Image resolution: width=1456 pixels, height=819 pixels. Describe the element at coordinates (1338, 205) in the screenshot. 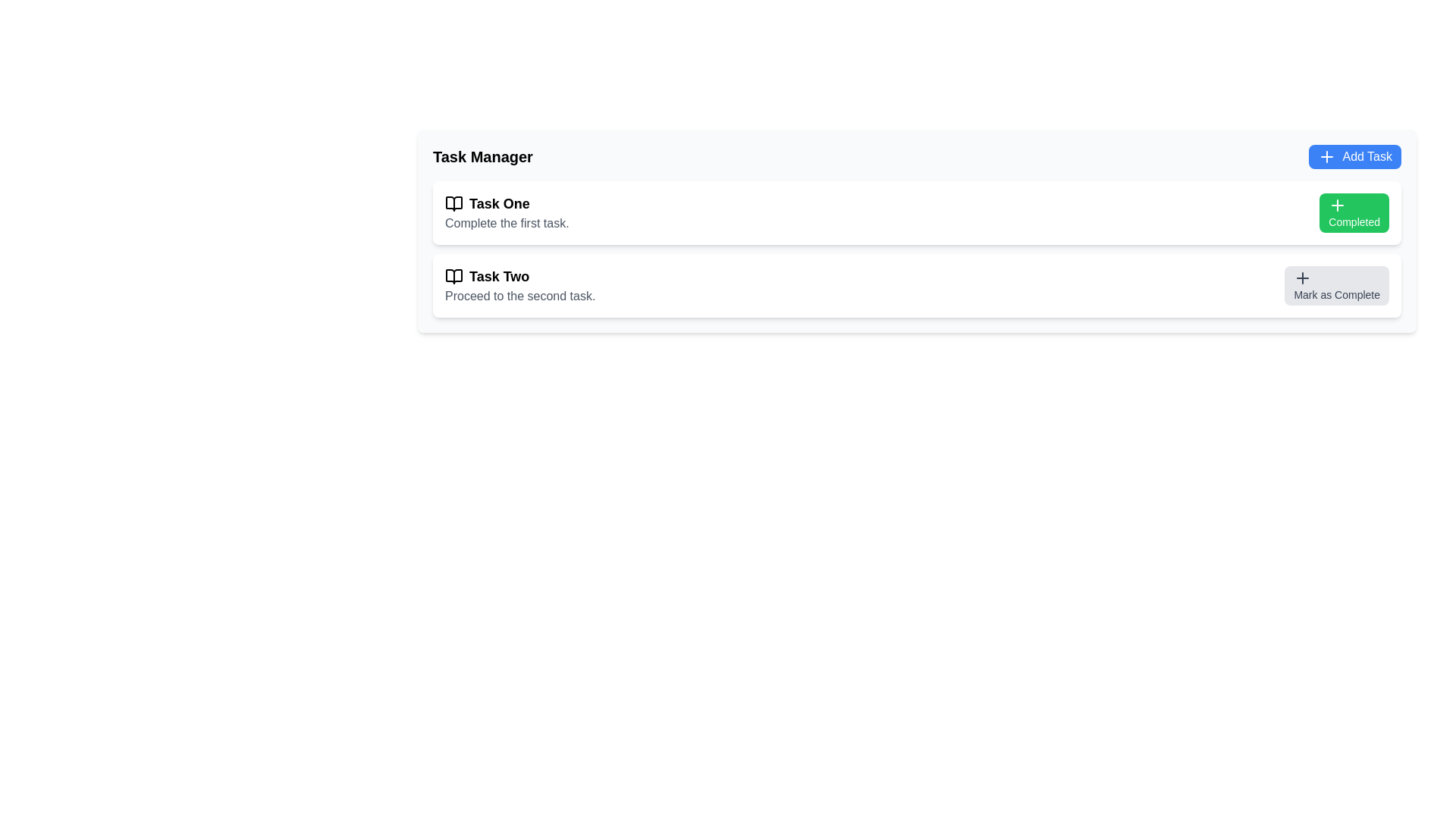

I see `the plus-shaped icon located inside the green button labeled 'Completed' in the 'Task One' row of the task list` at that location.